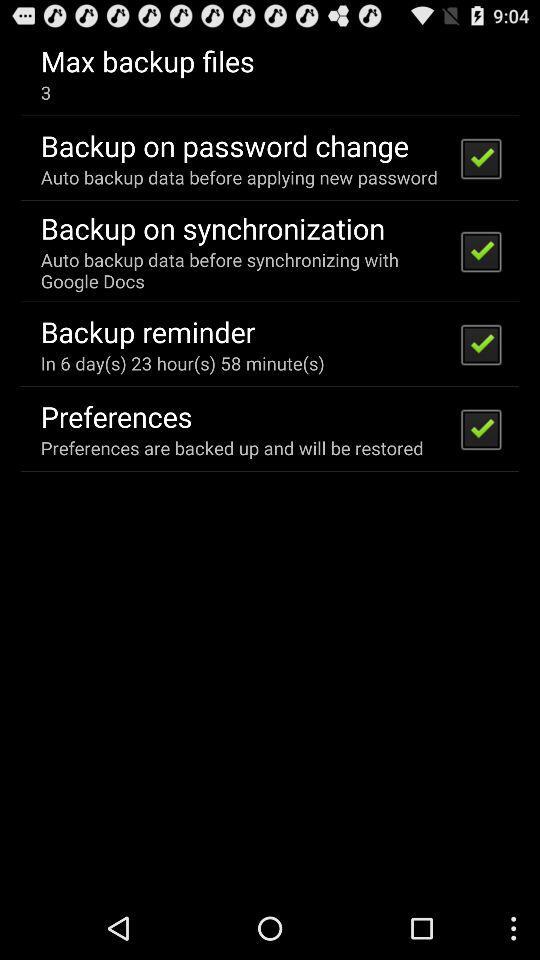  I want to click on icon below backup reminder item, so click(182, 362).